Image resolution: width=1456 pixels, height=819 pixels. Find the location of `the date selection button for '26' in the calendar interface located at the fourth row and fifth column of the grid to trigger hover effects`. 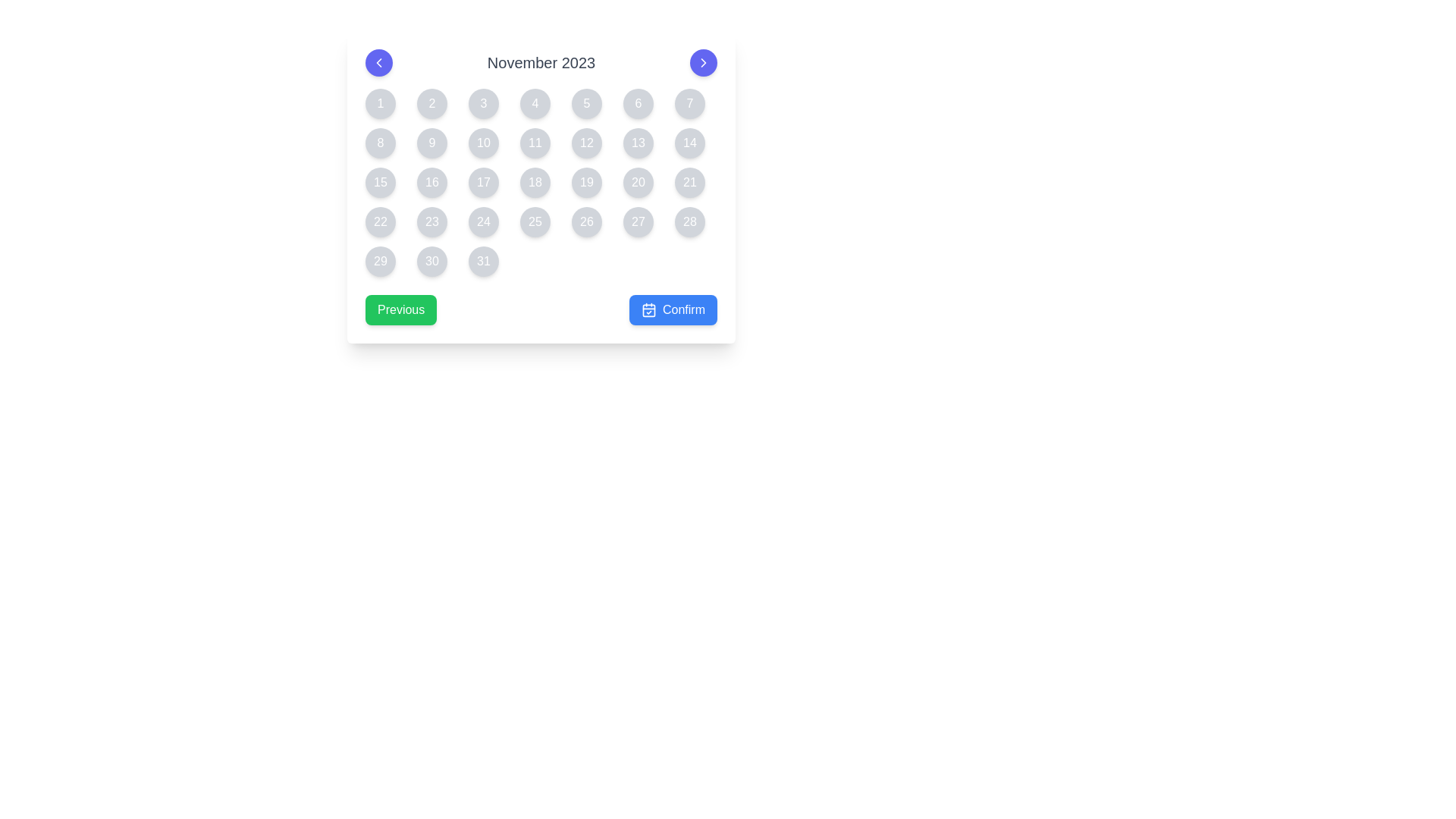

the date selection button for '26' in the calendar interface located at the fourth row and fifth column of the grid to trigger hover effects is located at coordinates (585, 222).